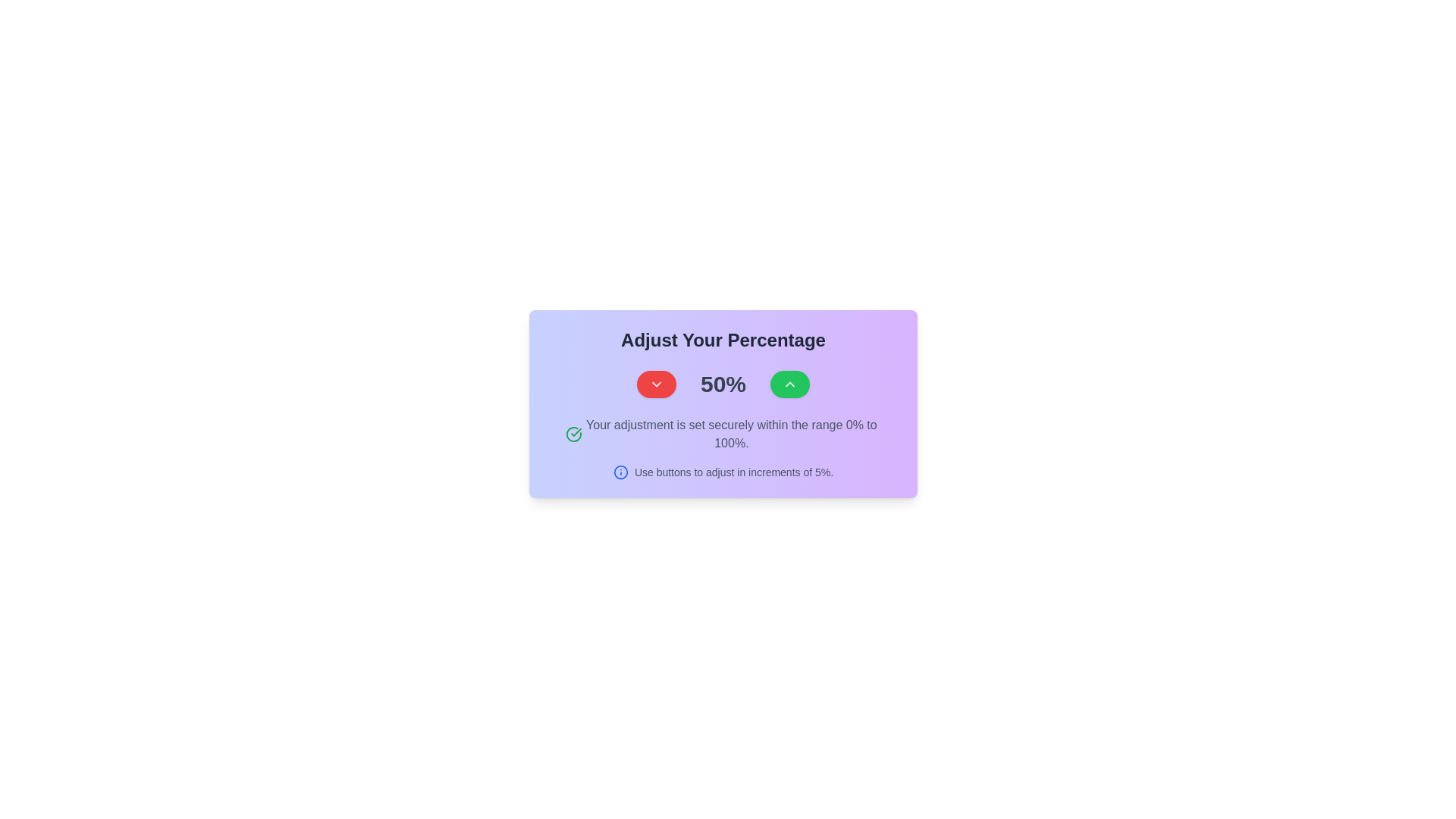 Image resolution: width=1456 pixels, height=819 pixels. What do you see at coordinates (734, 472) in the screenshot?
I see `the instructional static text located in the bottom section of the card, which guides users on adjusting a value incrementally by 5%, positioned to the right of the information icon` at bounding box center [734, 472].